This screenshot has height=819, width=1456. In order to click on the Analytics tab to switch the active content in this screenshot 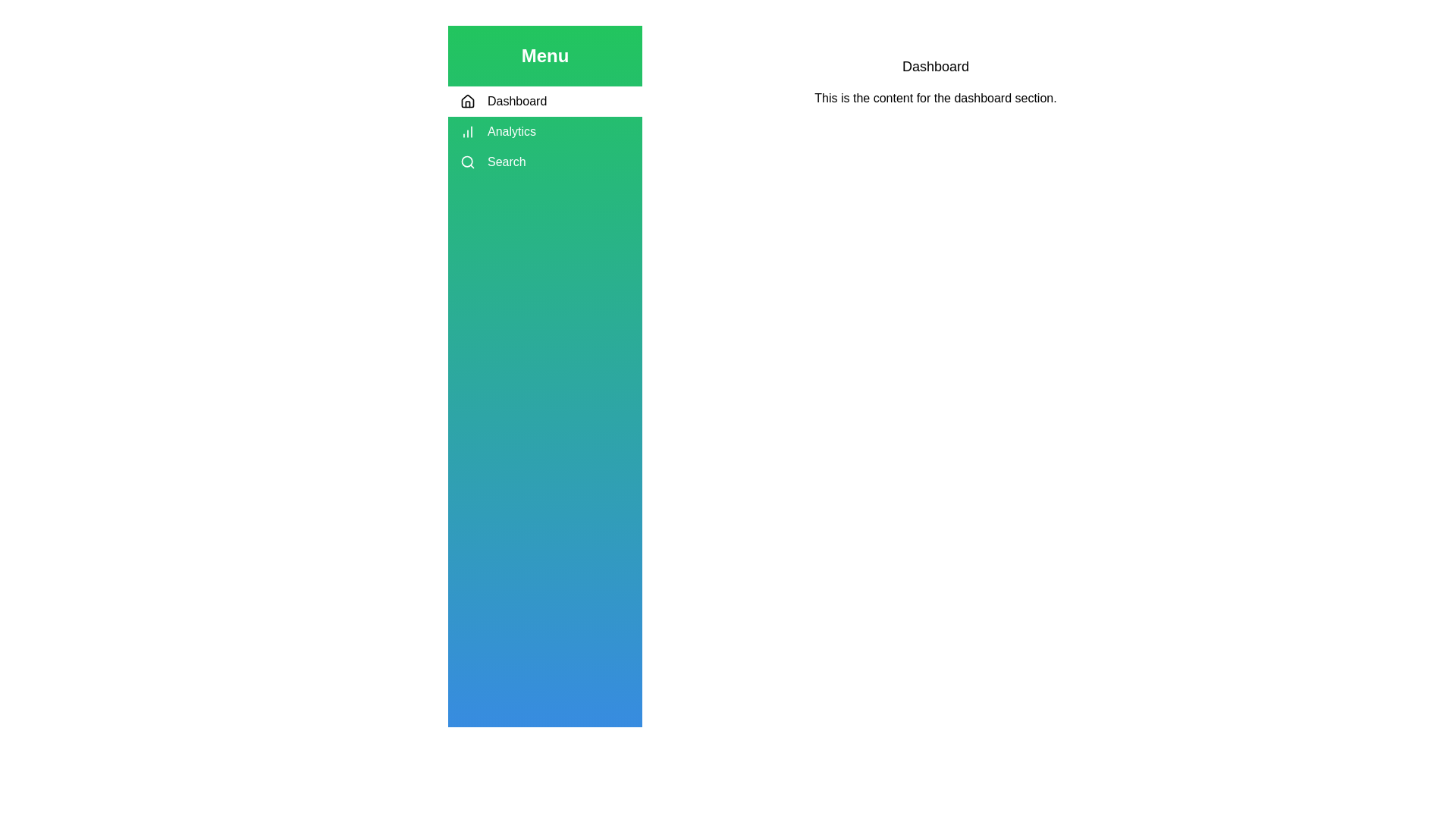, I will do `click(545, 130)`.